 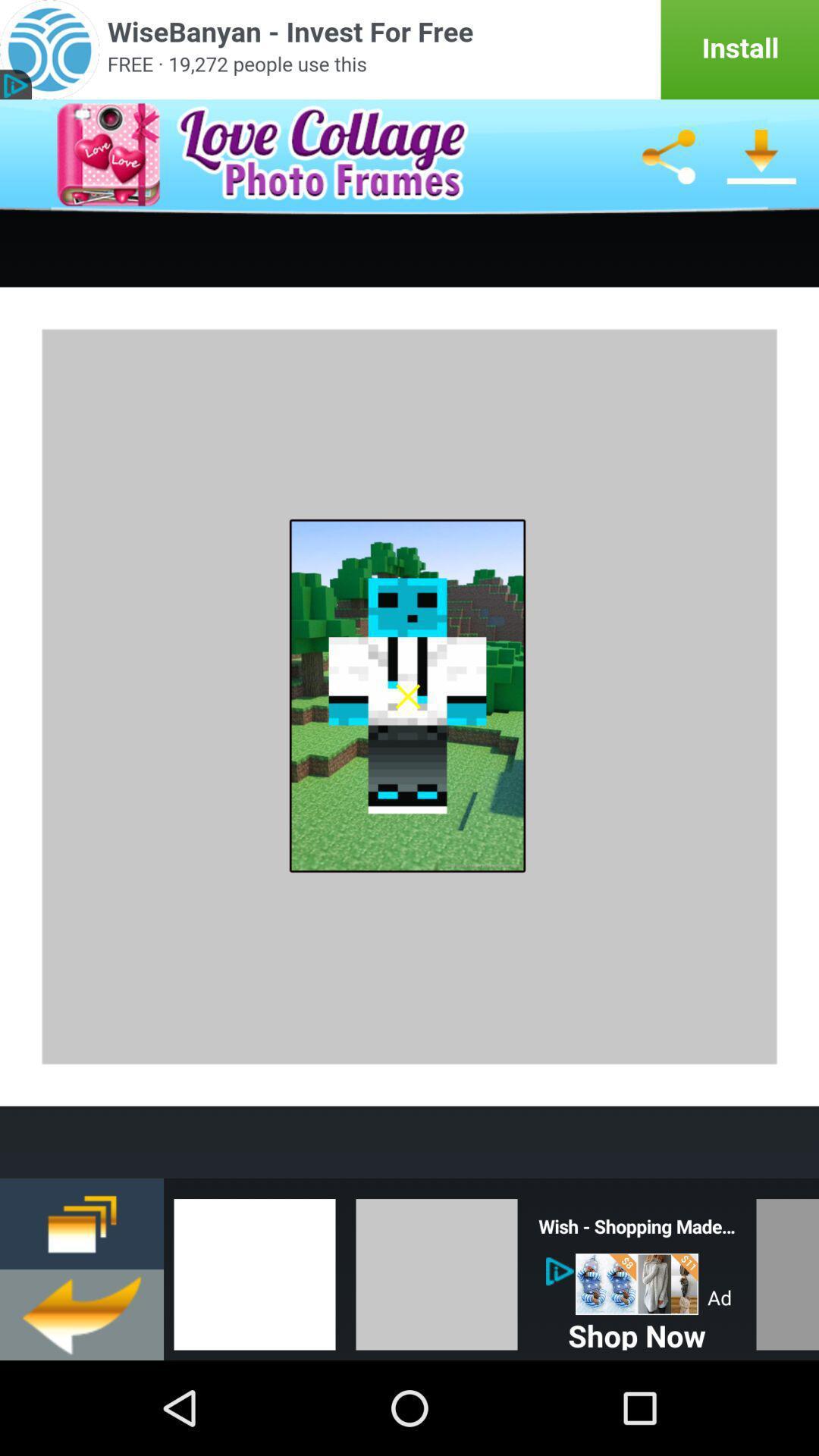 I want to click on change background, so click(x=436, y=1269).